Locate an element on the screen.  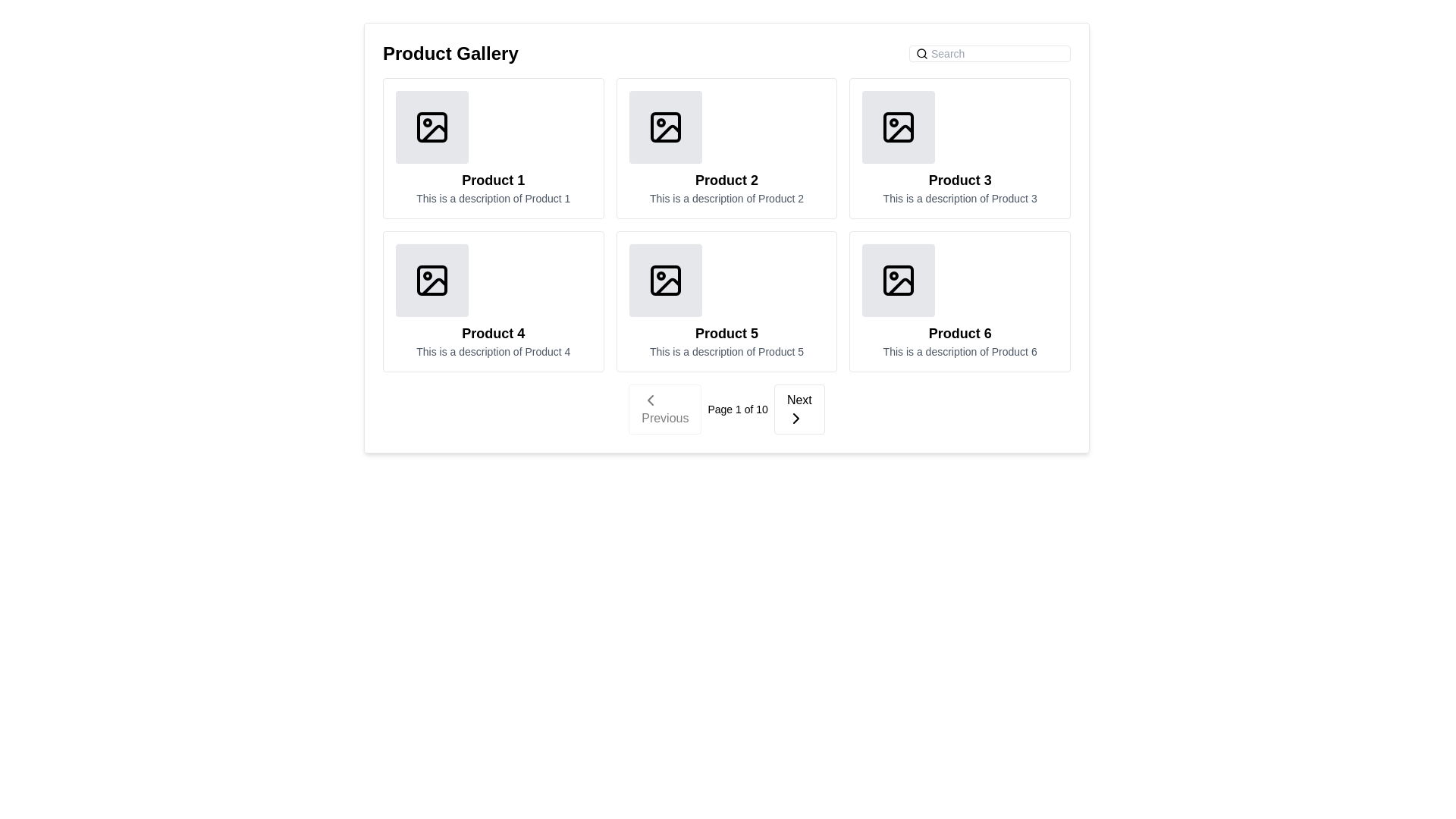
the product title text label located at the bottom center of its card layout, which displays the product's identifier or title is located at coordinates (493, 332).